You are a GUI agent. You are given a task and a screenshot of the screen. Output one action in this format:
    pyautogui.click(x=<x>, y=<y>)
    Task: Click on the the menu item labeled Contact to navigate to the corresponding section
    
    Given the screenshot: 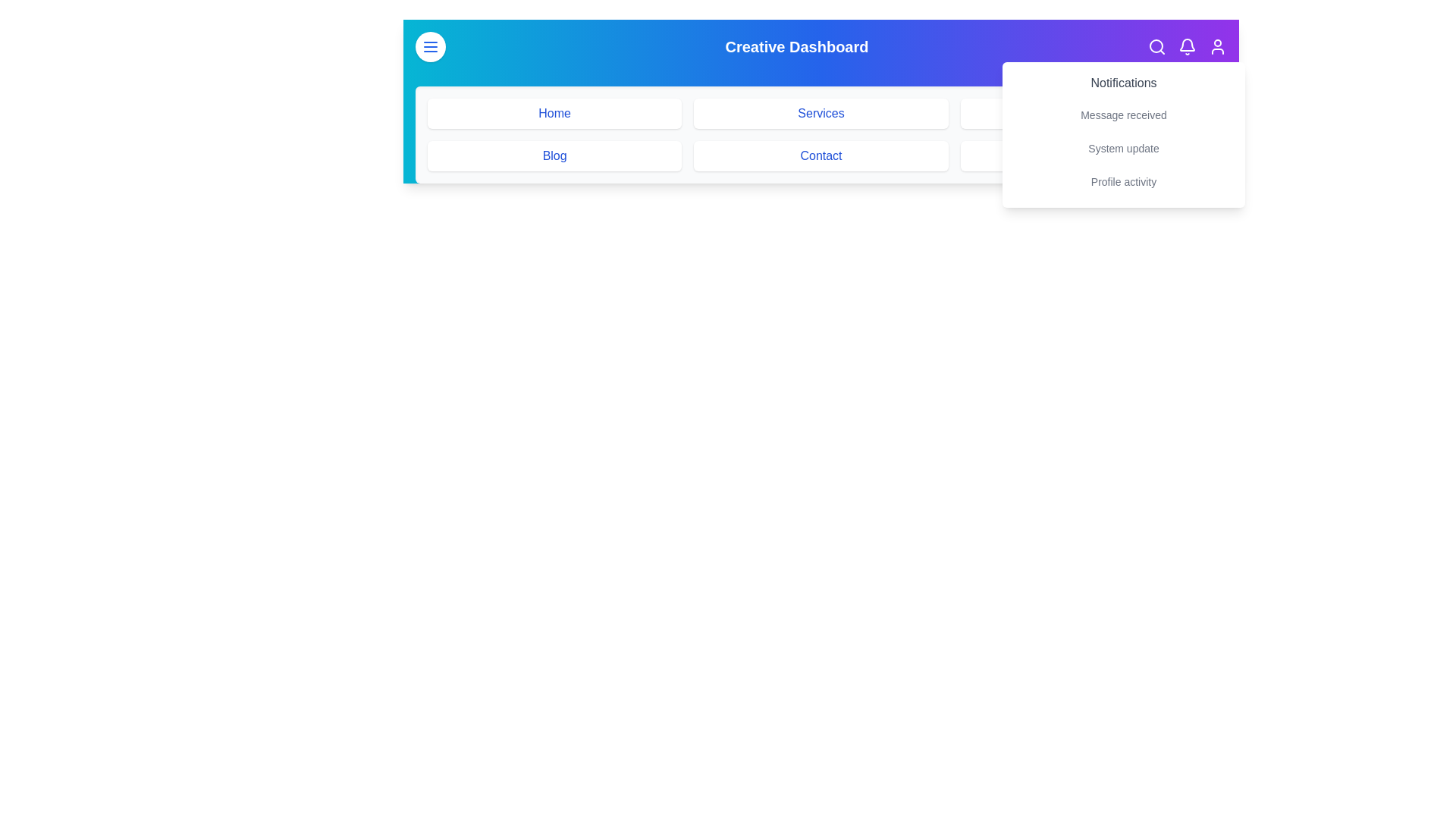 What is the action you would take?
    pyautogui.click(x=821, y=155)
    